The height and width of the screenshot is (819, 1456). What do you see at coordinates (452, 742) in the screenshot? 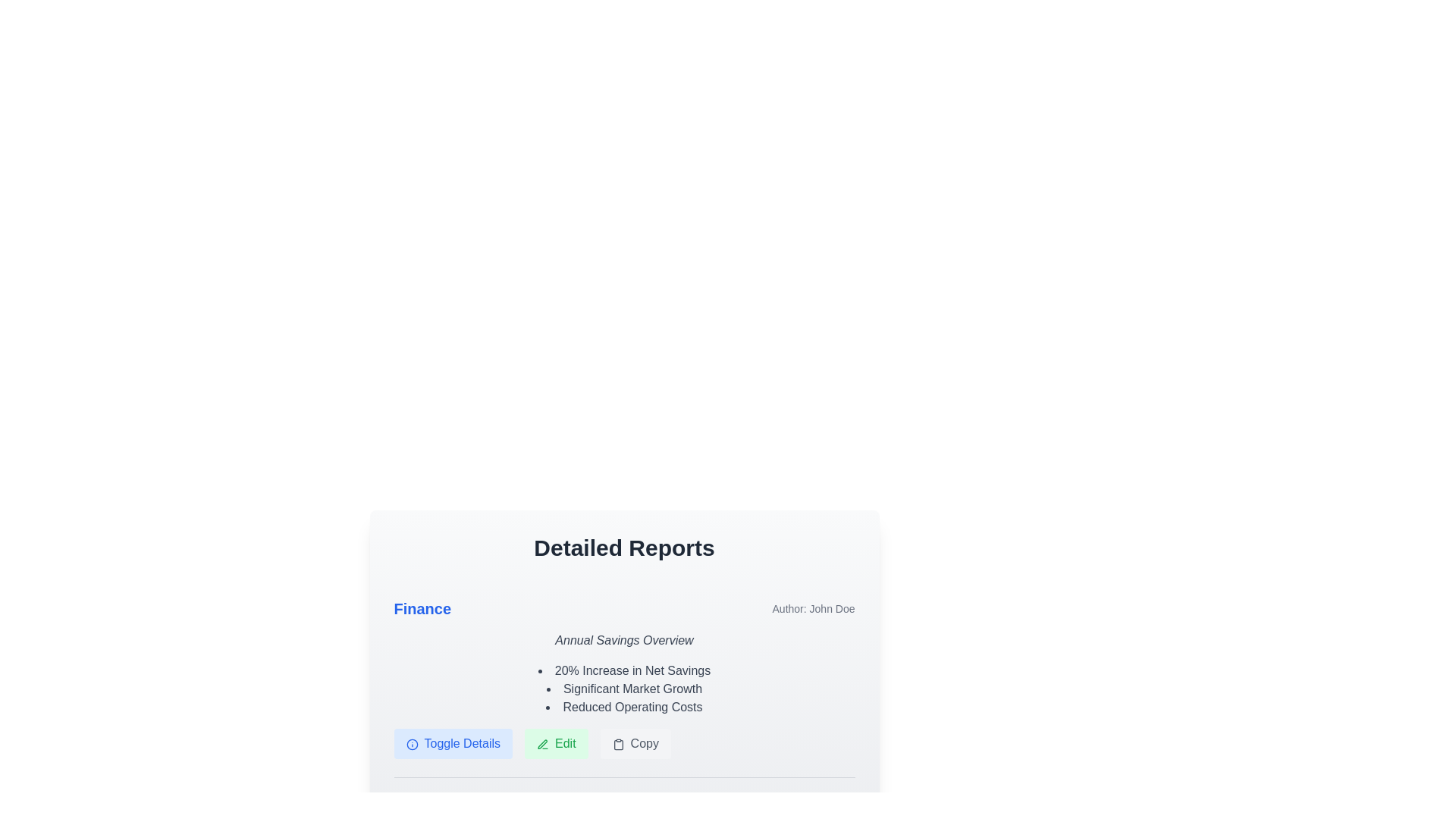
I see `the first button in the bottom-left section of the card layout` at bounding box center [452, 742].